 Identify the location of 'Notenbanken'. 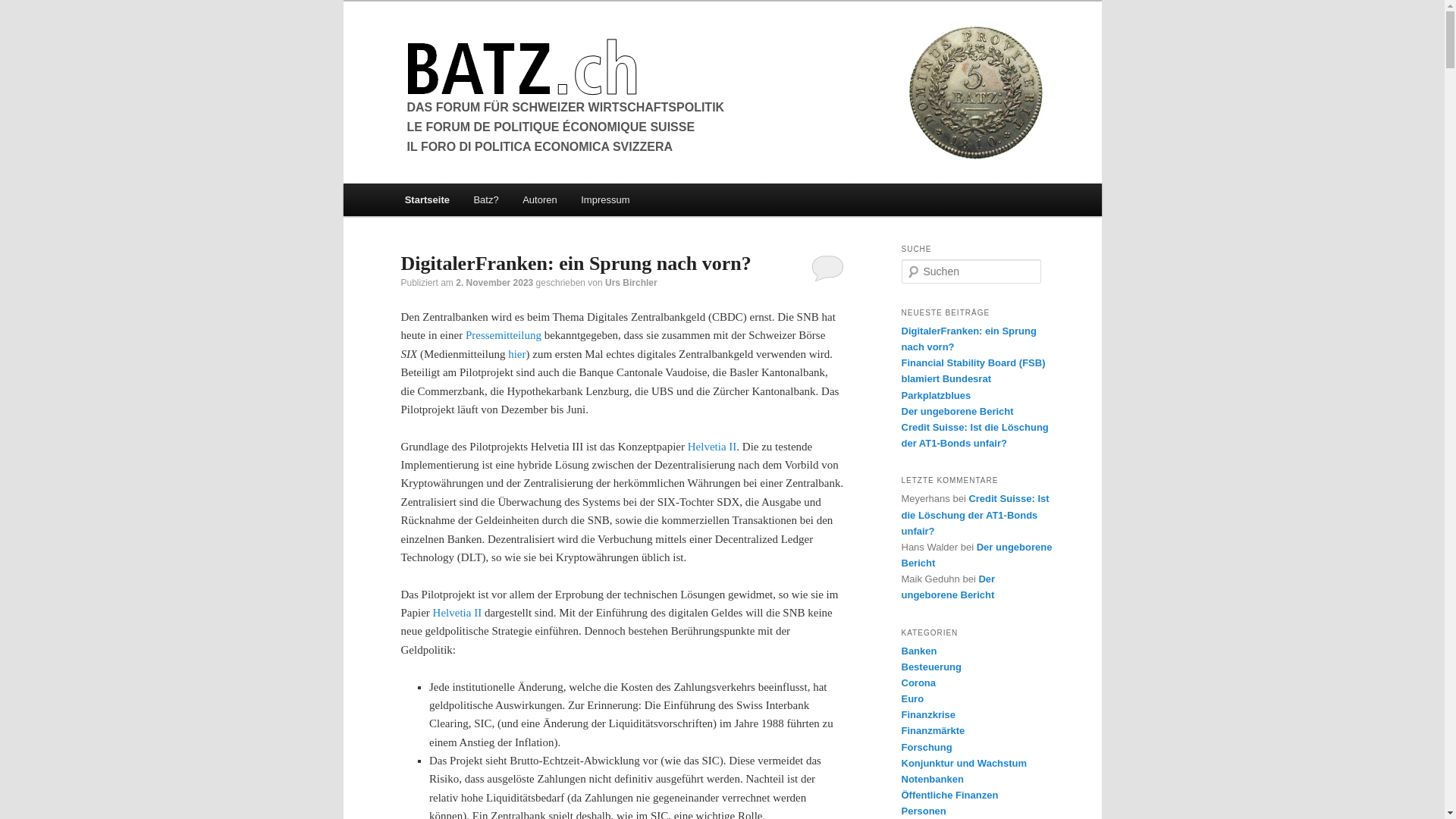
(930, 779).